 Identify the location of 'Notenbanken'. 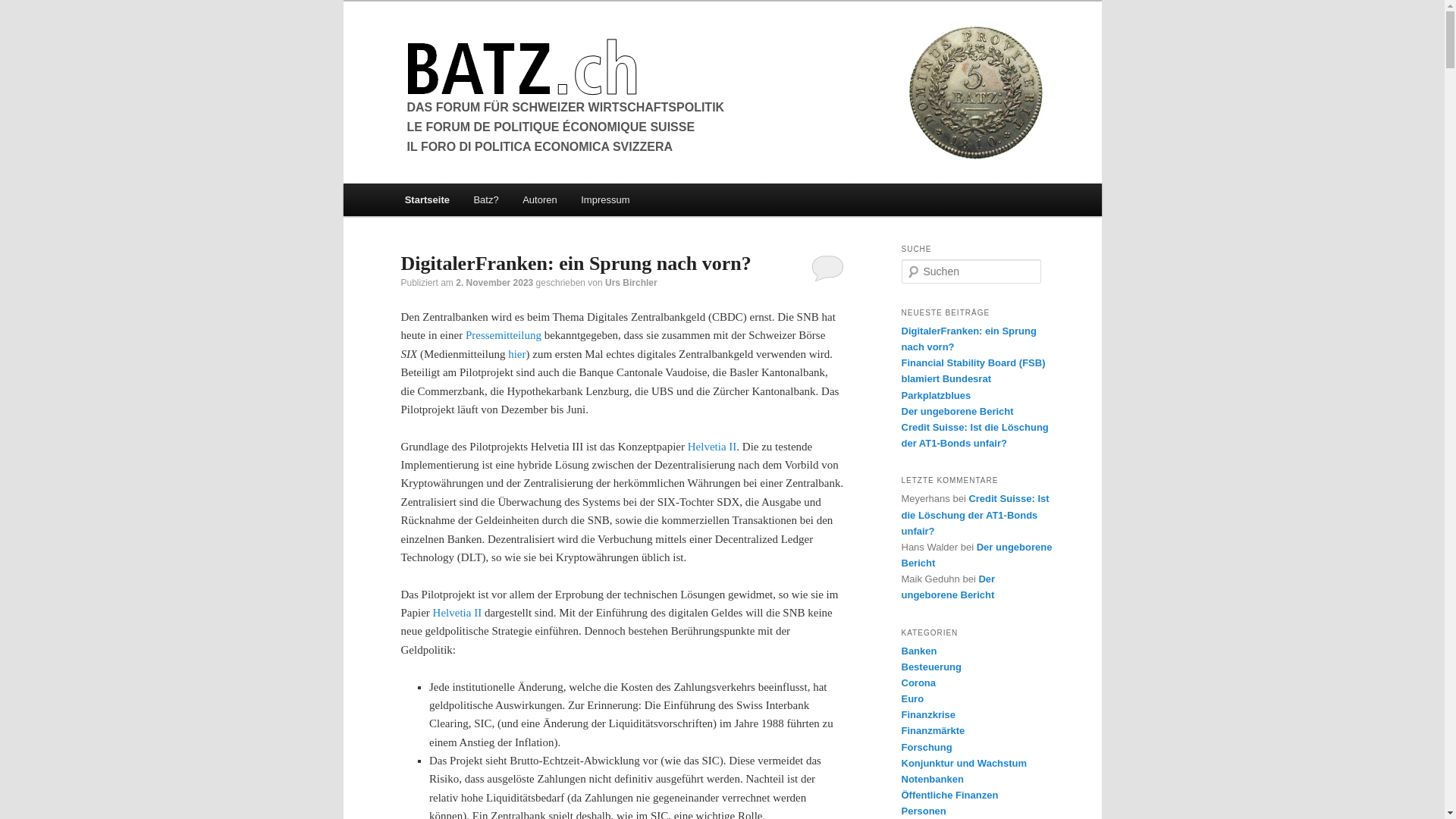
(930, 779).